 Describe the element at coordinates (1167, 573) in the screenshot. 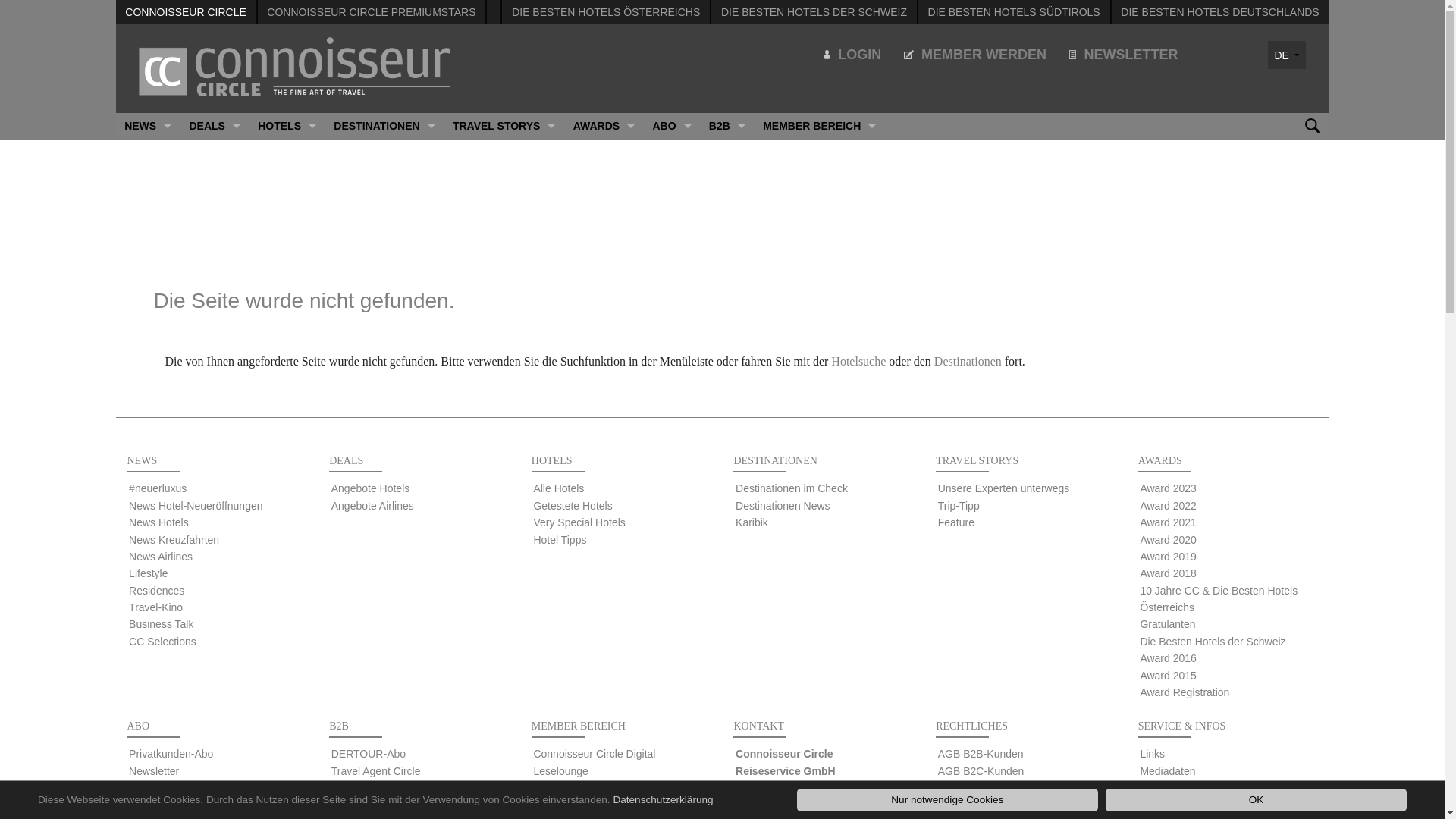

I see `'Award 2018'` at that location.